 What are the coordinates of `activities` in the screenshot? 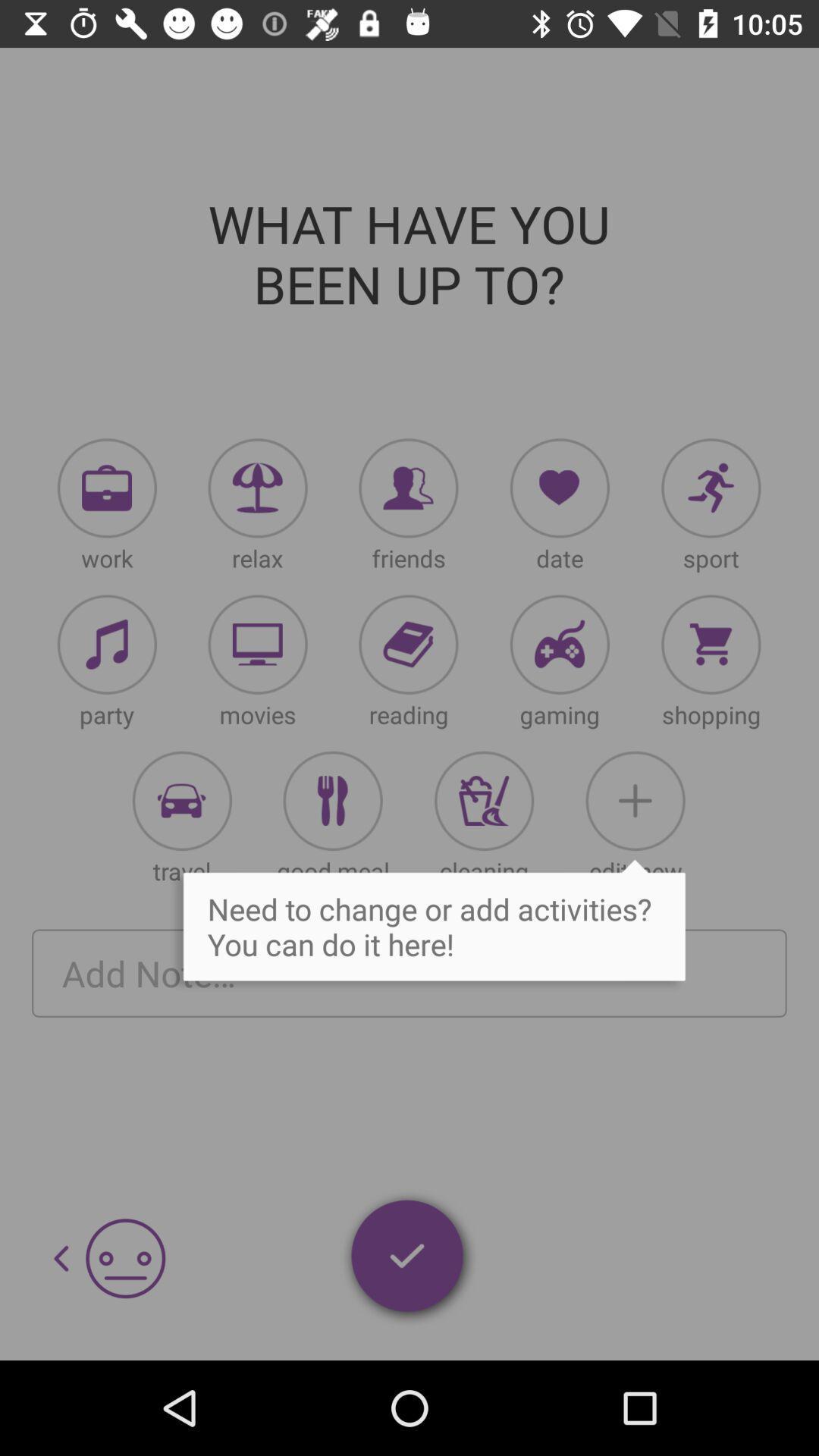 It's located at (332, 800).